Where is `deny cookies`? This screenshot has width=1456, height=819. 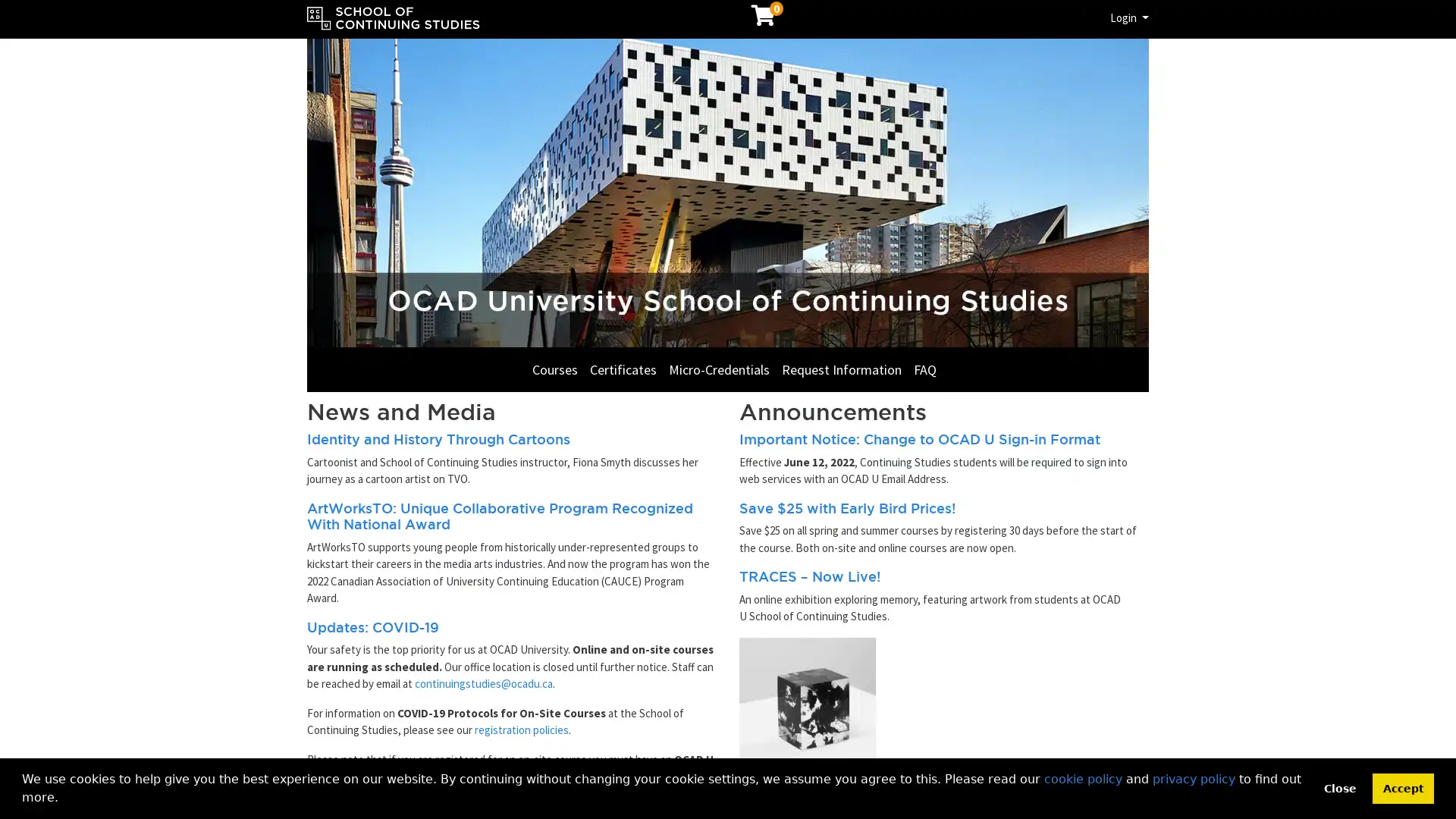 deny cookies is located at coordinates (1339, 787).